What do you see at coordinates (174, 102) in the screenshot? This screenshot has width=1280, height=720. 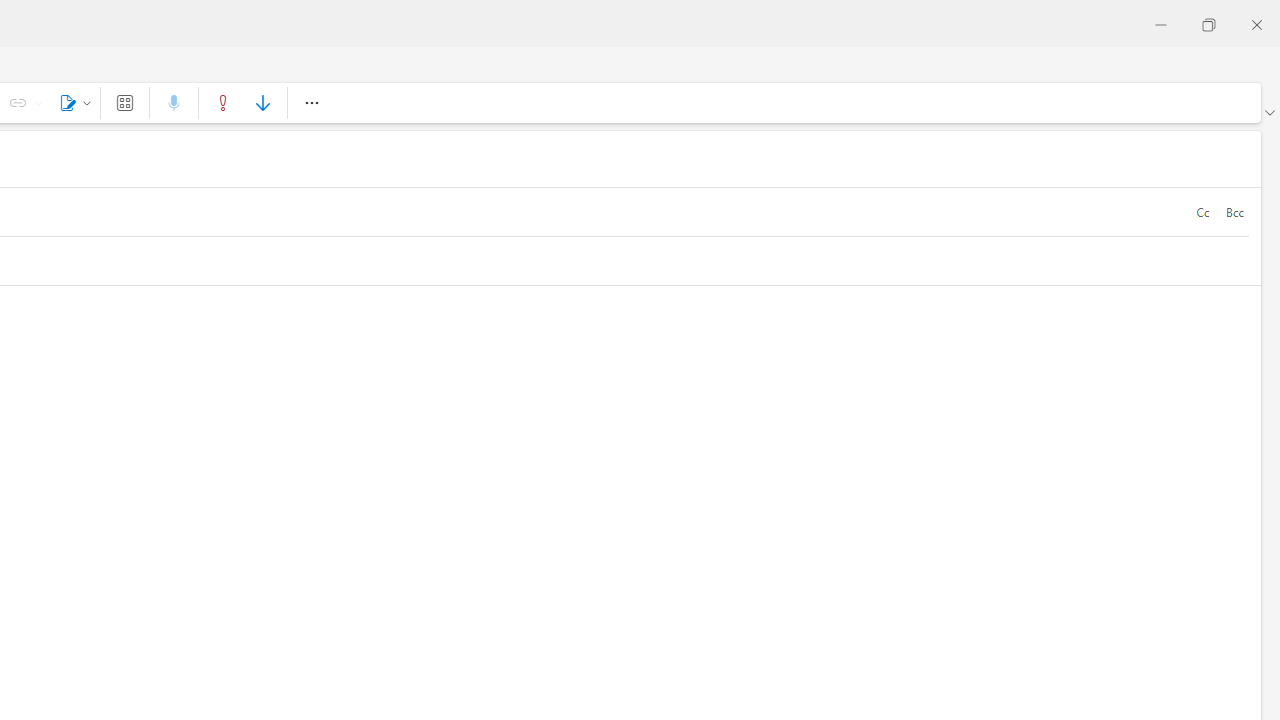 I see `'Dictate'` at bounding box center [174, 102].